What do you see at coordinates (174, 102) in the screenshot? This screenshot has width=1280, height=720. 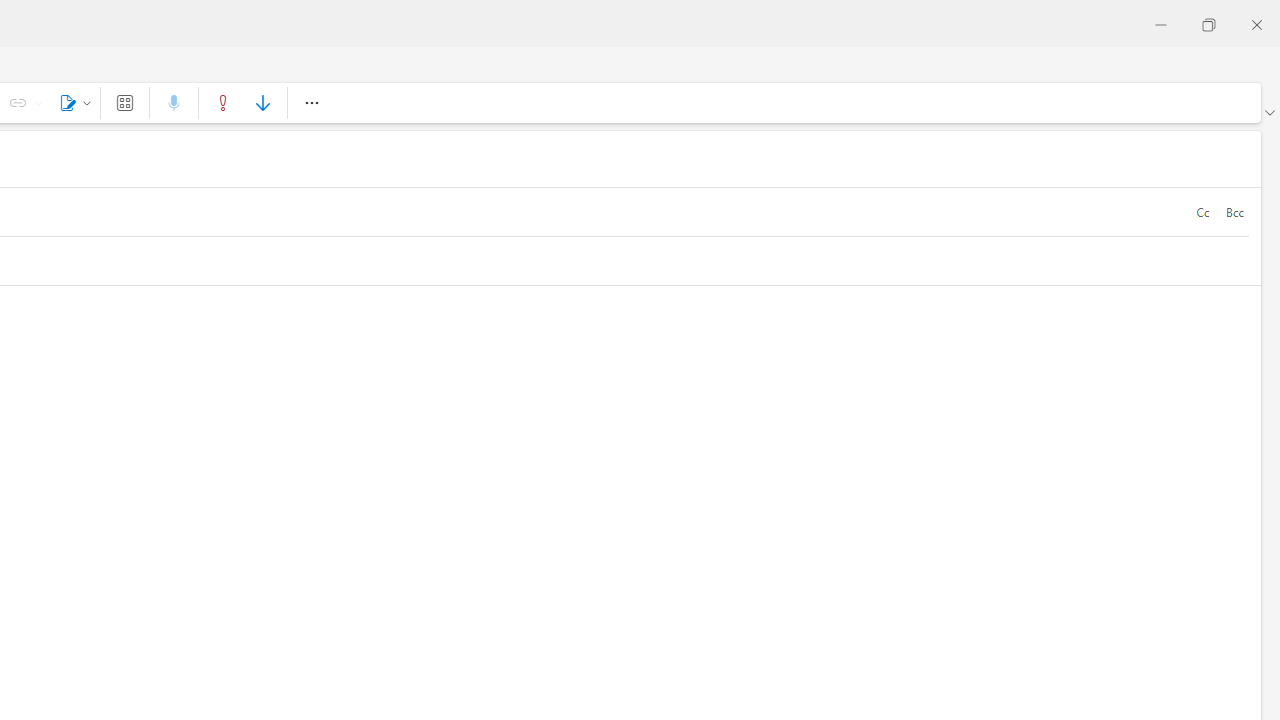 I see `'Dictate'` at bounding box center [174, 102].